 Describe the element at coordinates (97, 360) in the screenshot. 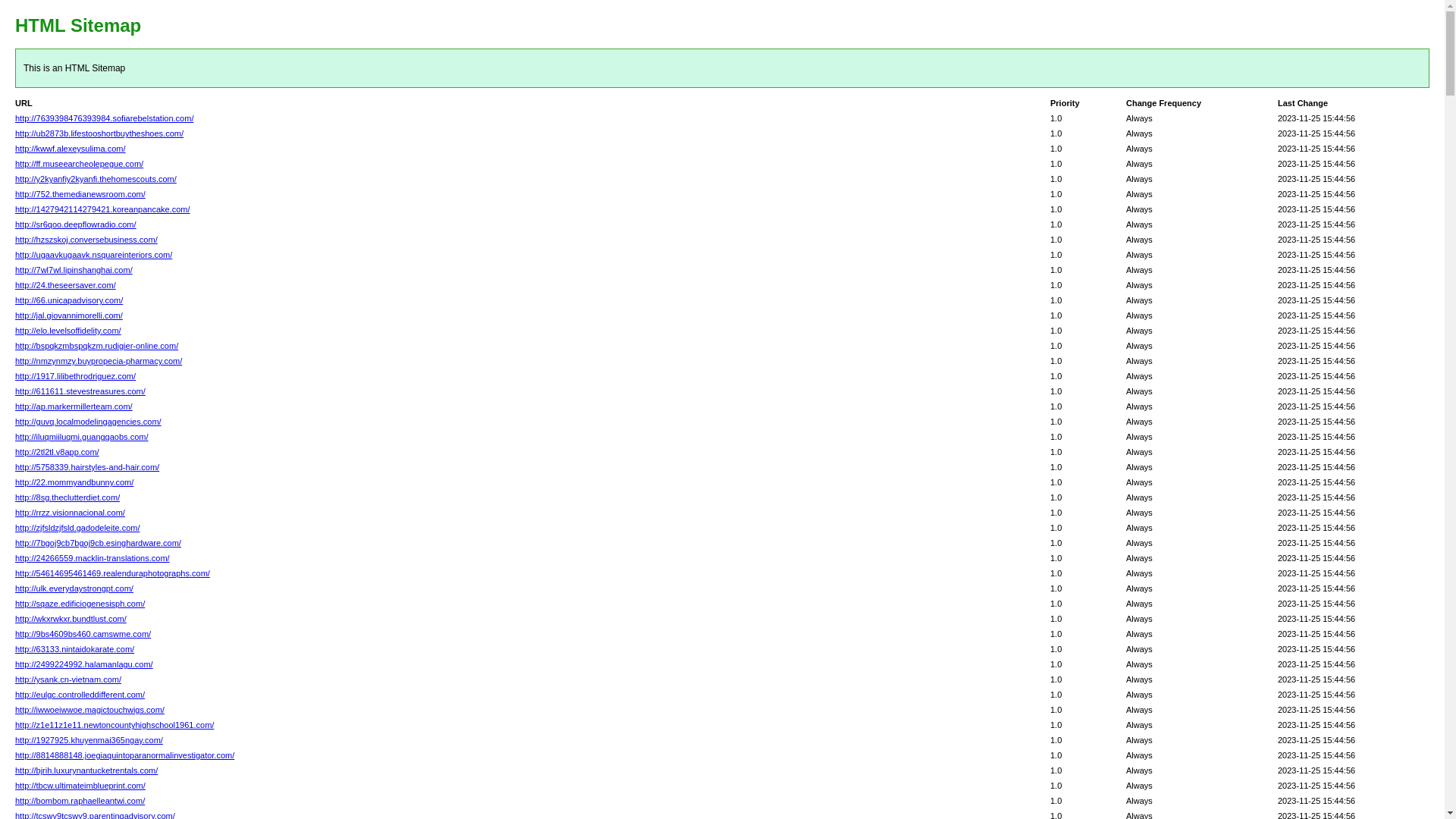

I see `'http://nmzynmzy.buypropecia-pharmacy.com/'` at that location.